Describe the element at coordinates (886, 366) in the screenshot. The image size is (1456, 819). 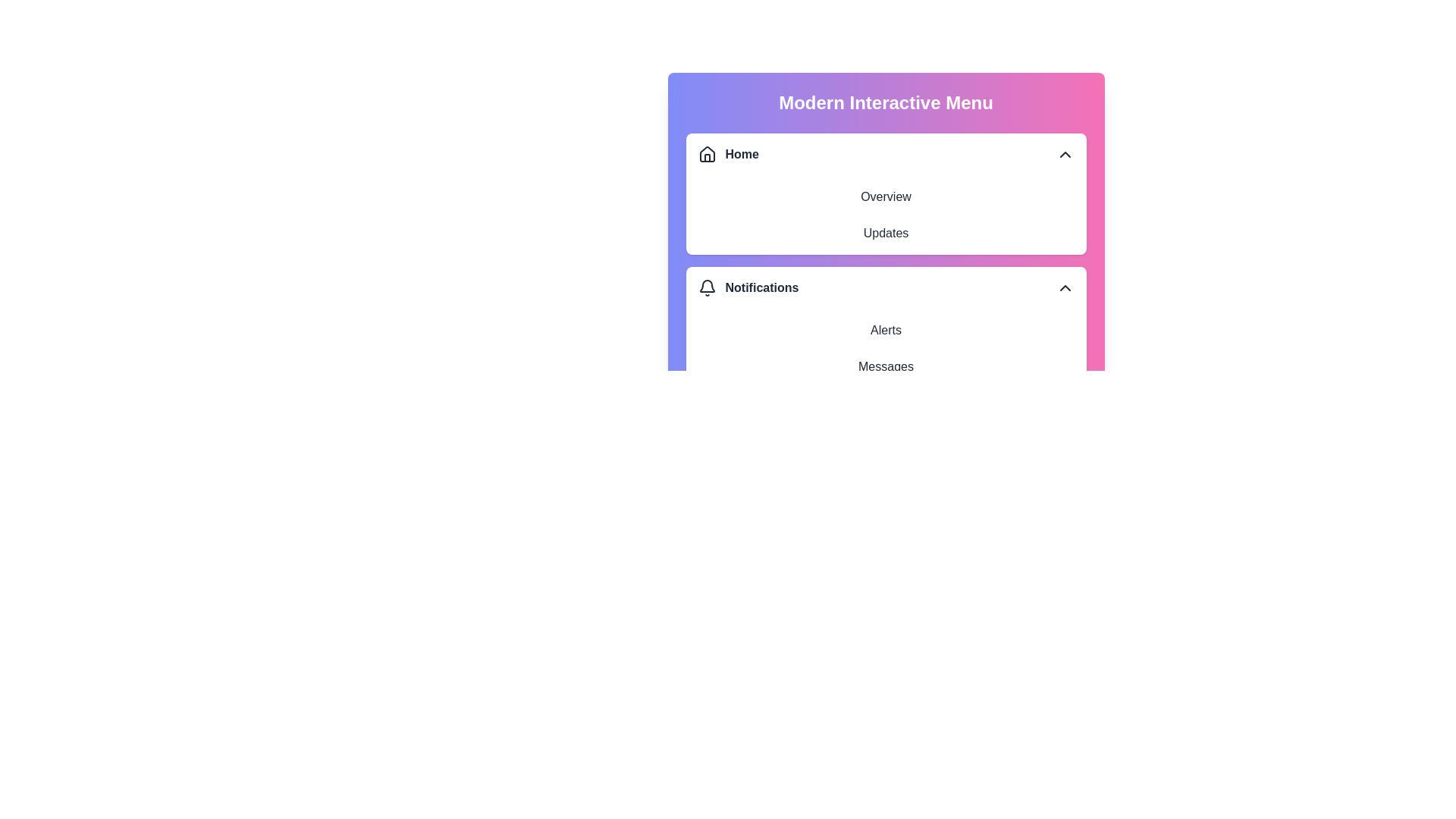
I see `the text element Messages to interact with it` at that location.